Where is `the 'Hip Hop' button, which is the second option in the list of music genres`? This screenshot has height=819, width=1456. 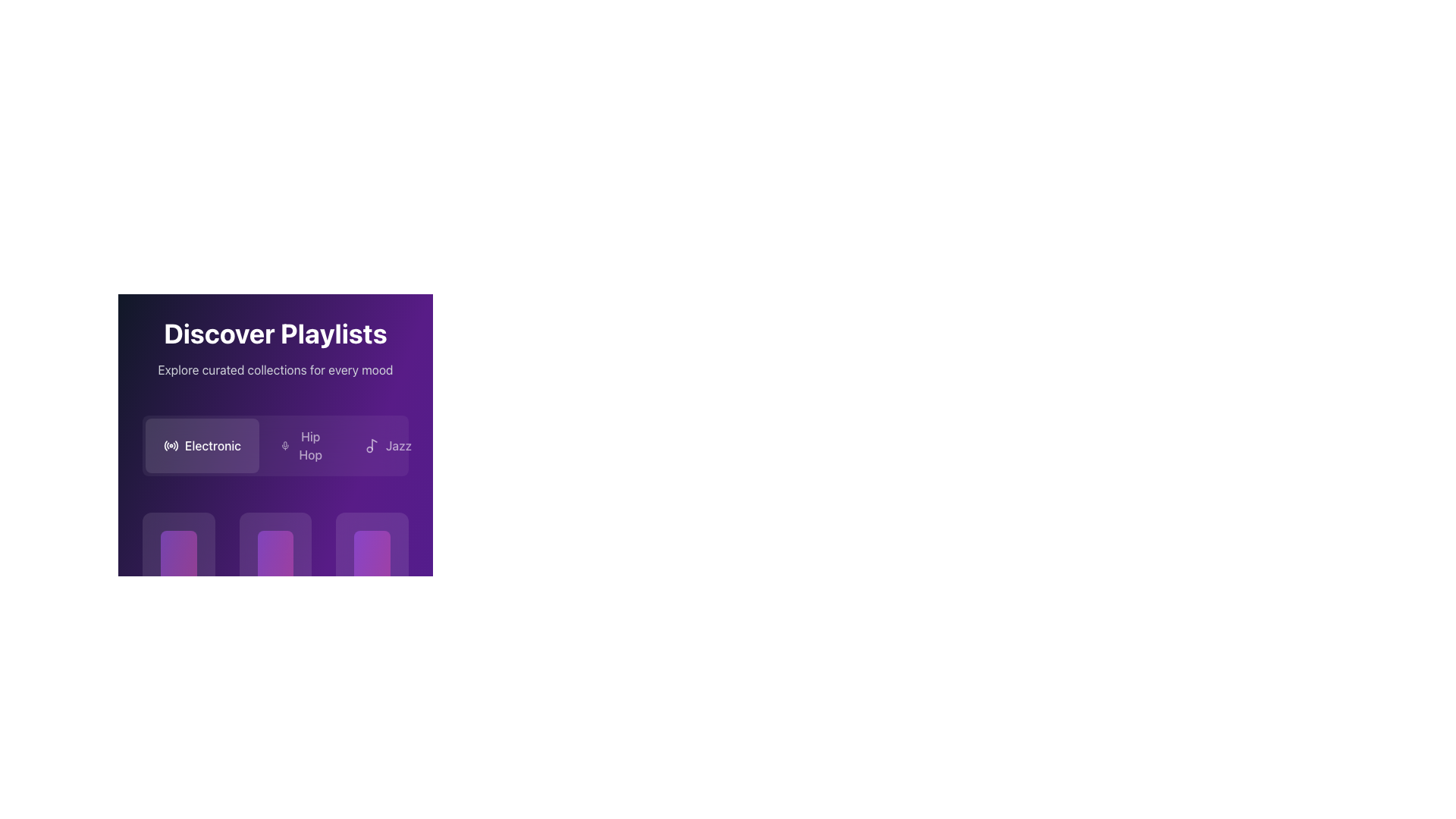 the 'Hip Hop' button, which is the second option in the list of music genres is located at coordinates (303, 444).